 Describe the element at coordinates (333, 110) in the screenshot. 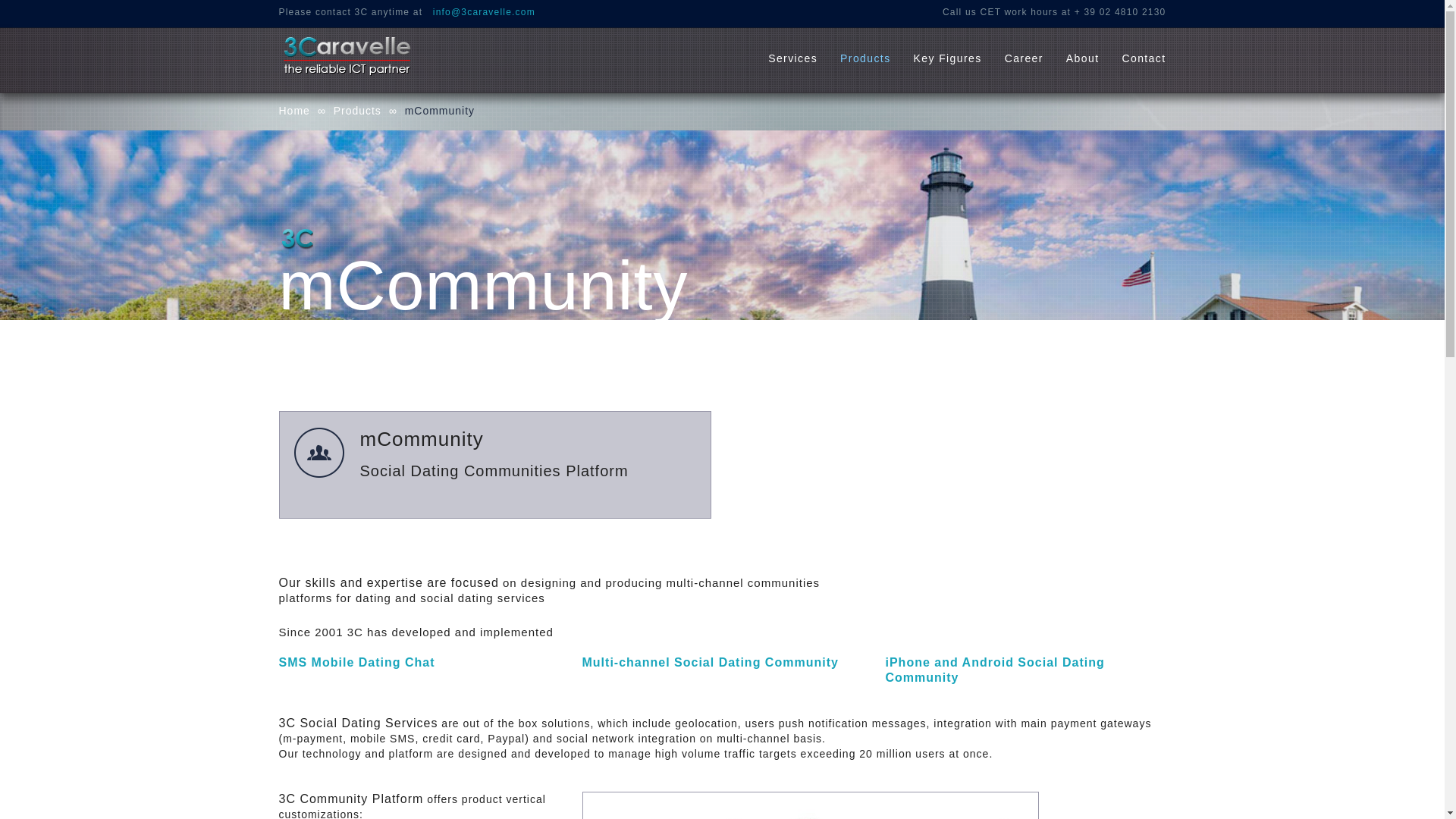

I see `'Products'` at that location.